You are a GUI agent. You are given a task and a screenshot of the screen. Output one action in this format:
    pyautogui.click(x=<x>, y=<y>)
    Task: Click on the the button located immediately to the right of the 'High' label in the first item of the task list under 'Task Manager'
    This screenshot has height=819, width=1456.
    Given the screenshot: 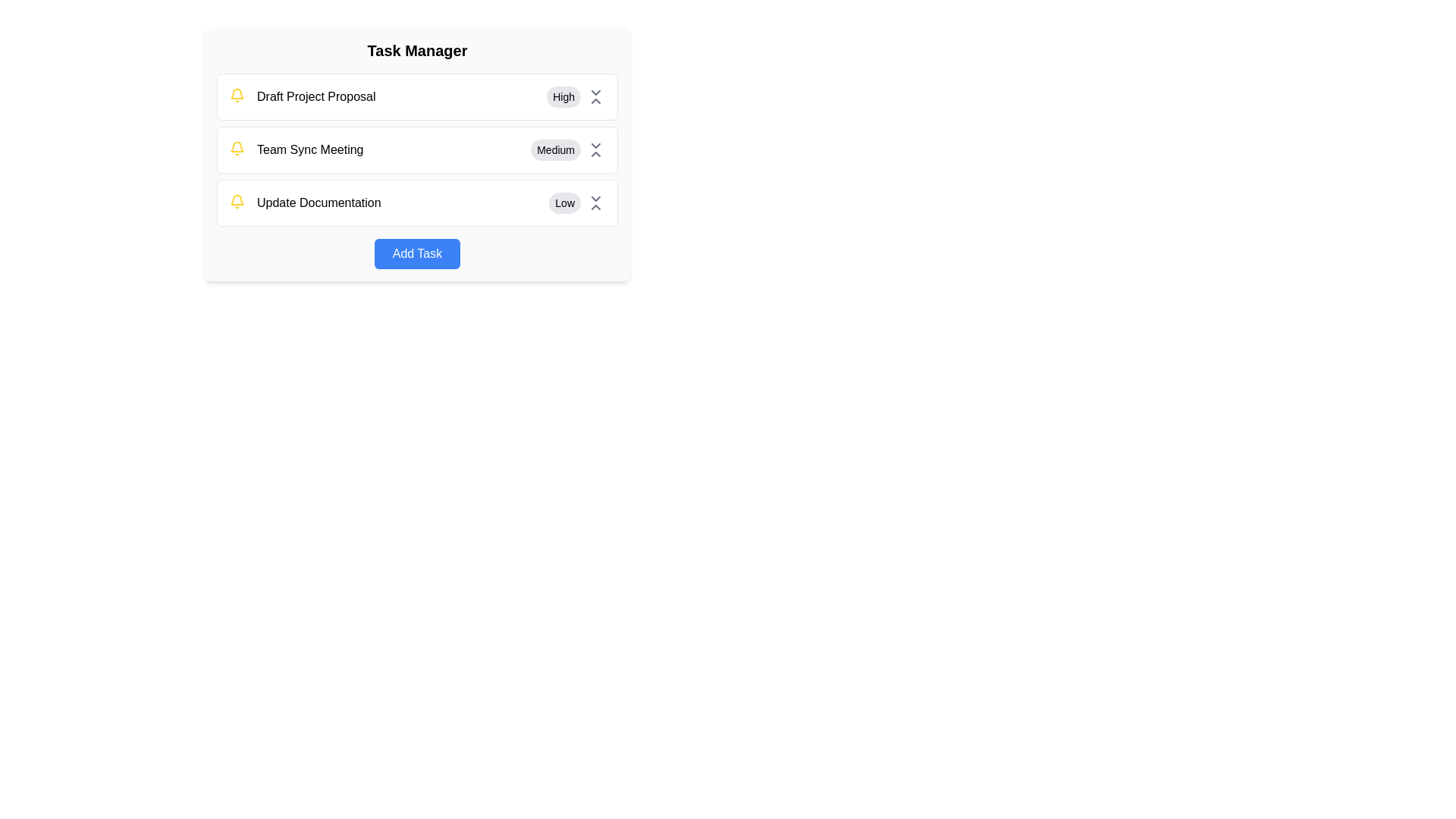 What is the action you would take?
    pyautogui.click(x=595, y=96)
    